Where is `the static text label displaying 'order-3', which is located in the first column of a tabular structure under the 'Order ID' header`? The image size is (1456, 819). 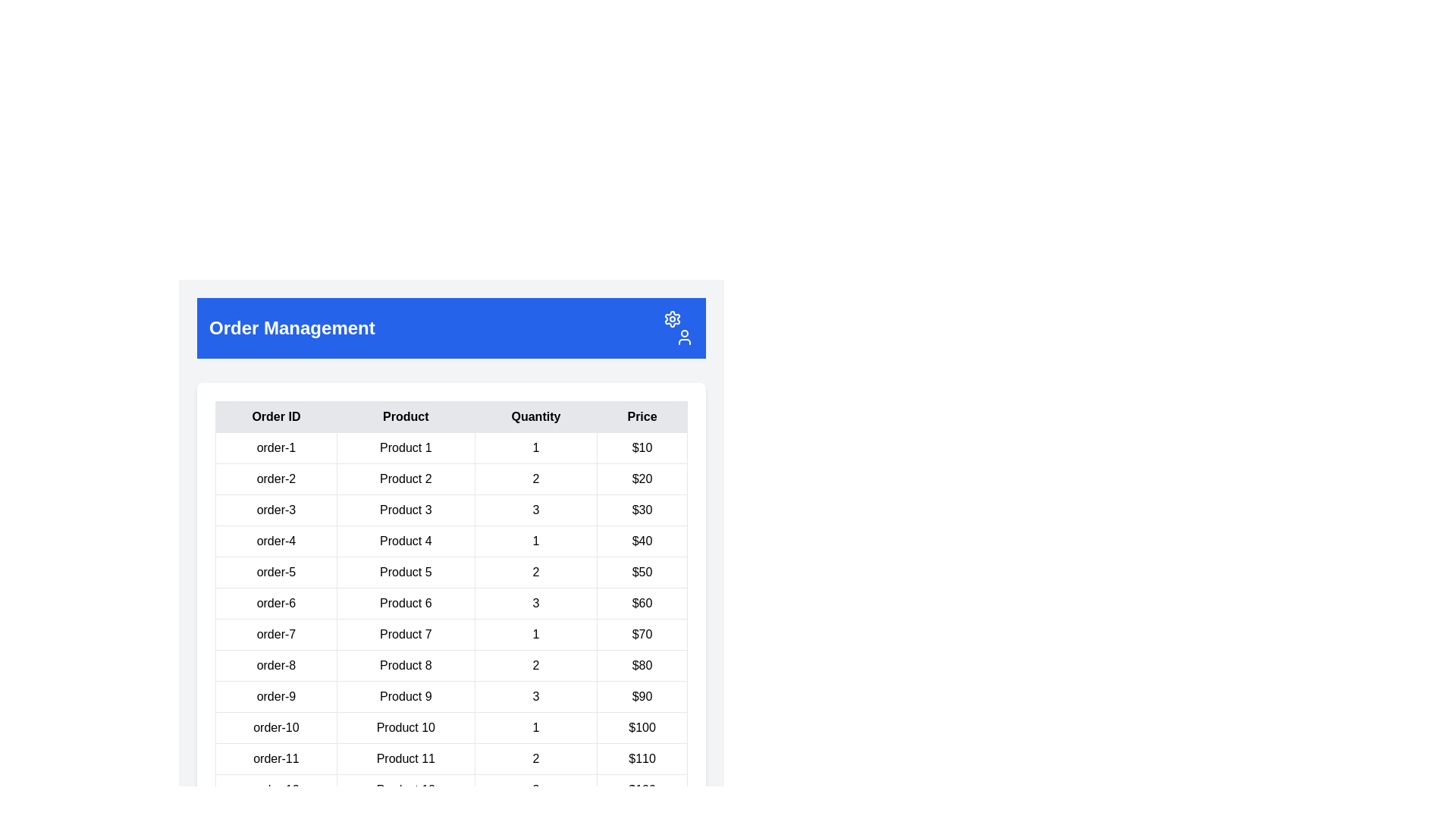
the static text label displaying 'order-3', which is located in the first column of a tabular structure under the 'Order ID' header is located at coordinates (276, 510).